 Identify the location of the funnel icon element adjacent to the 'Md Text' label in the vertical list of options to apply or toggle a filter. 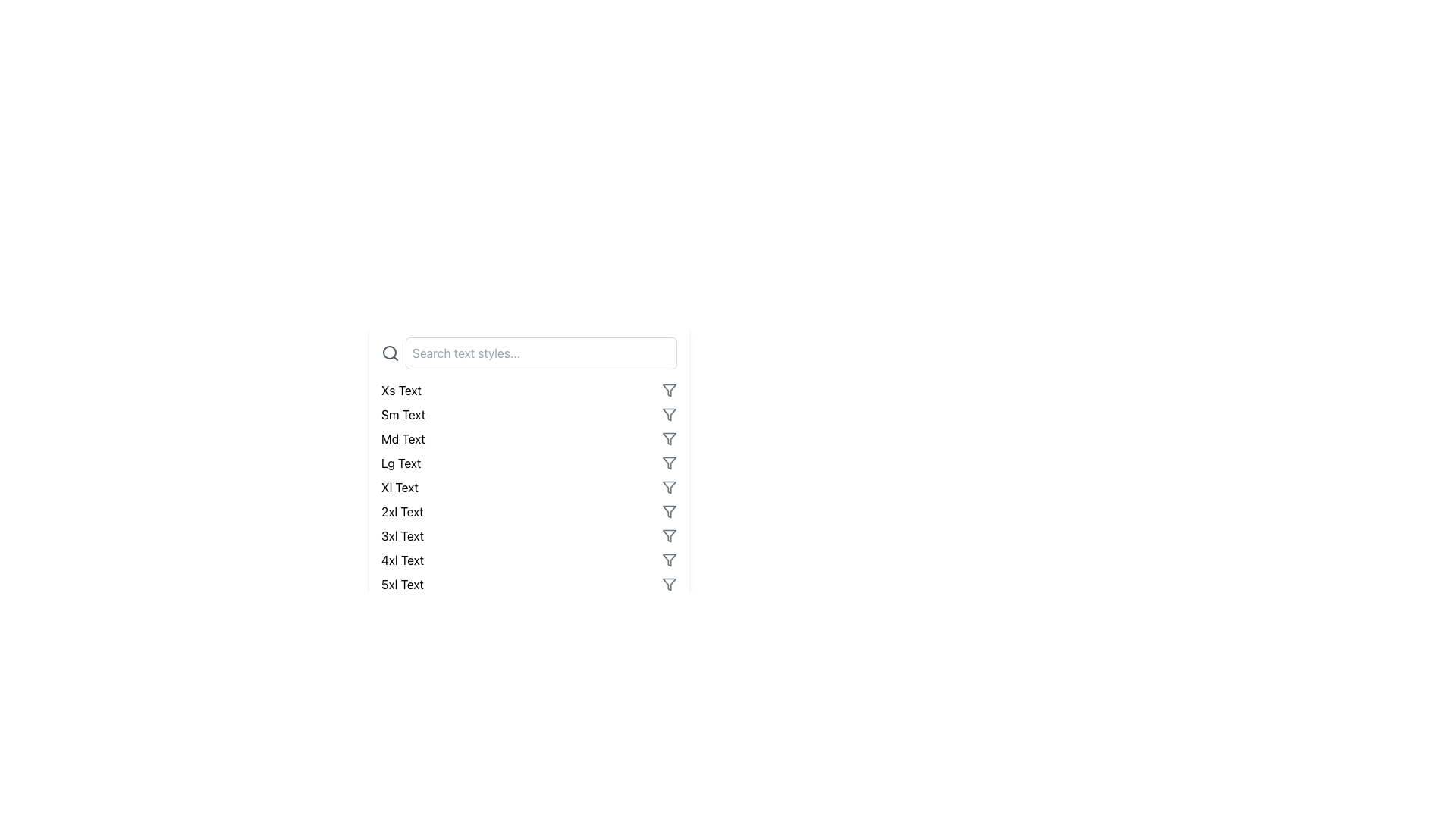
(669, 438).